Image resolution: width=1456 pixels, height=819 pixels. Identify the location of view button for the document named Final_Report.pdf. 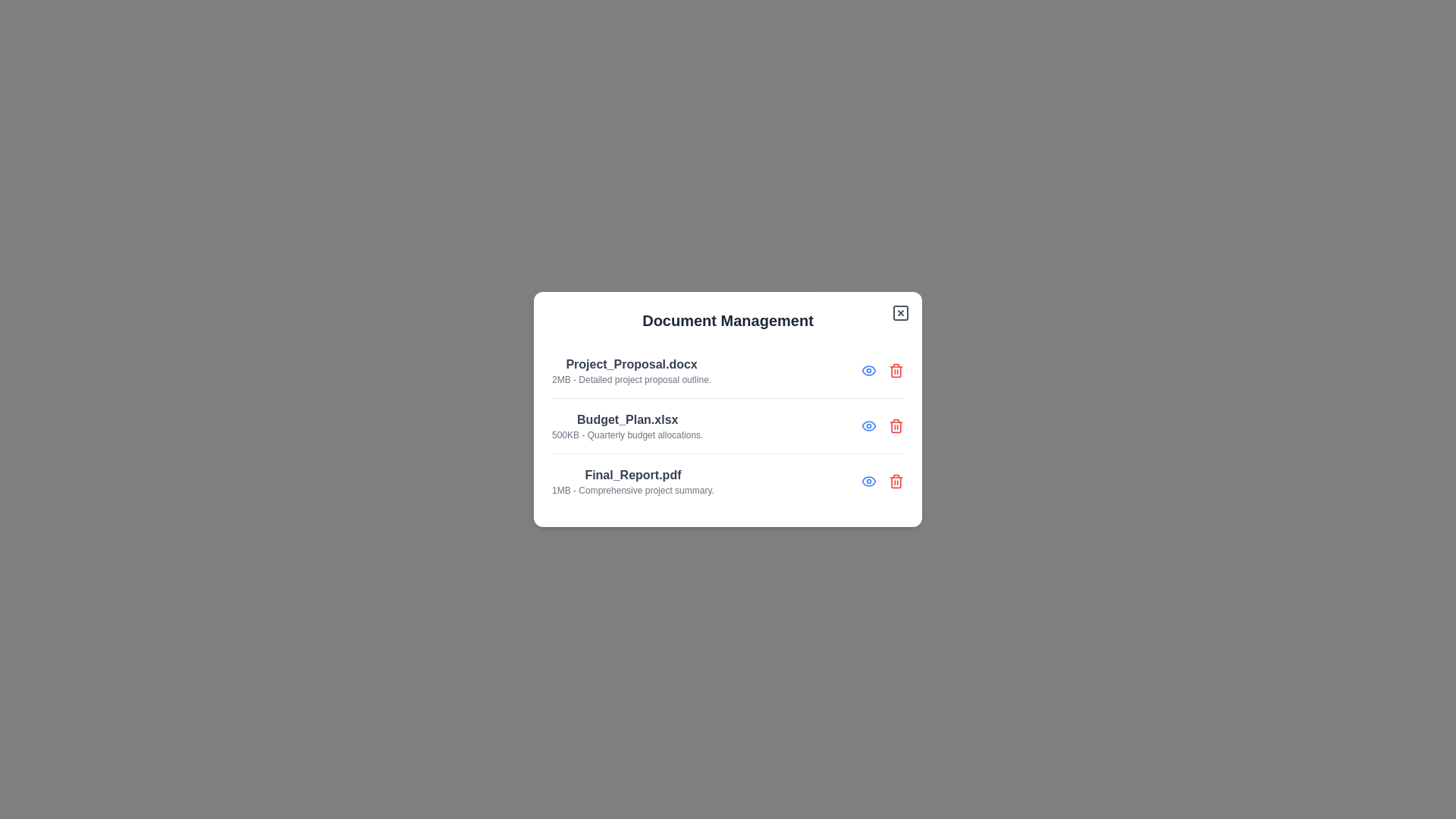
(869, 482).